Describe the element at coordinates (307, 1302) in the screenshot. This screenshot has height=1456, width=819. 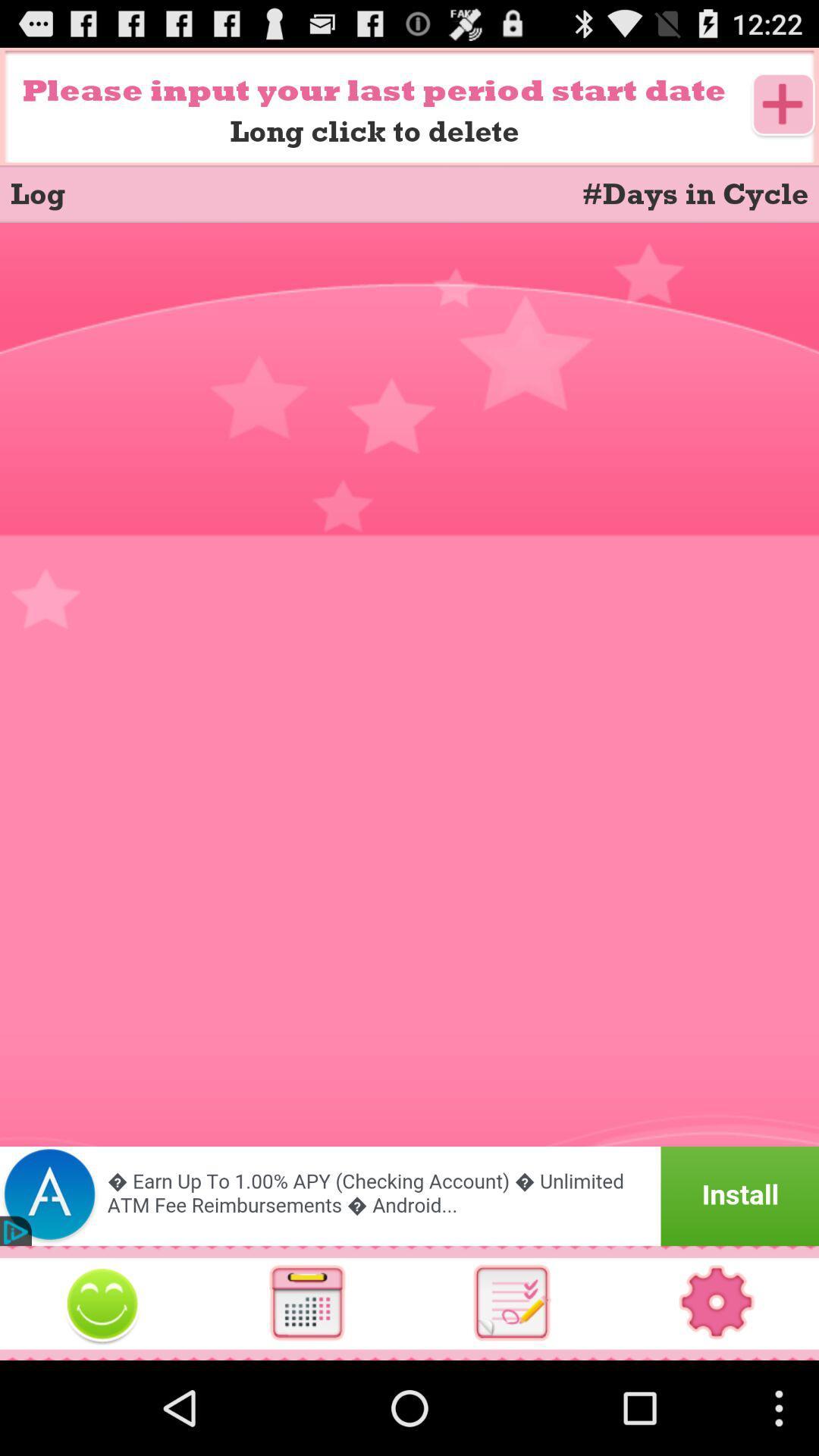
I see `use calculator` at that location.